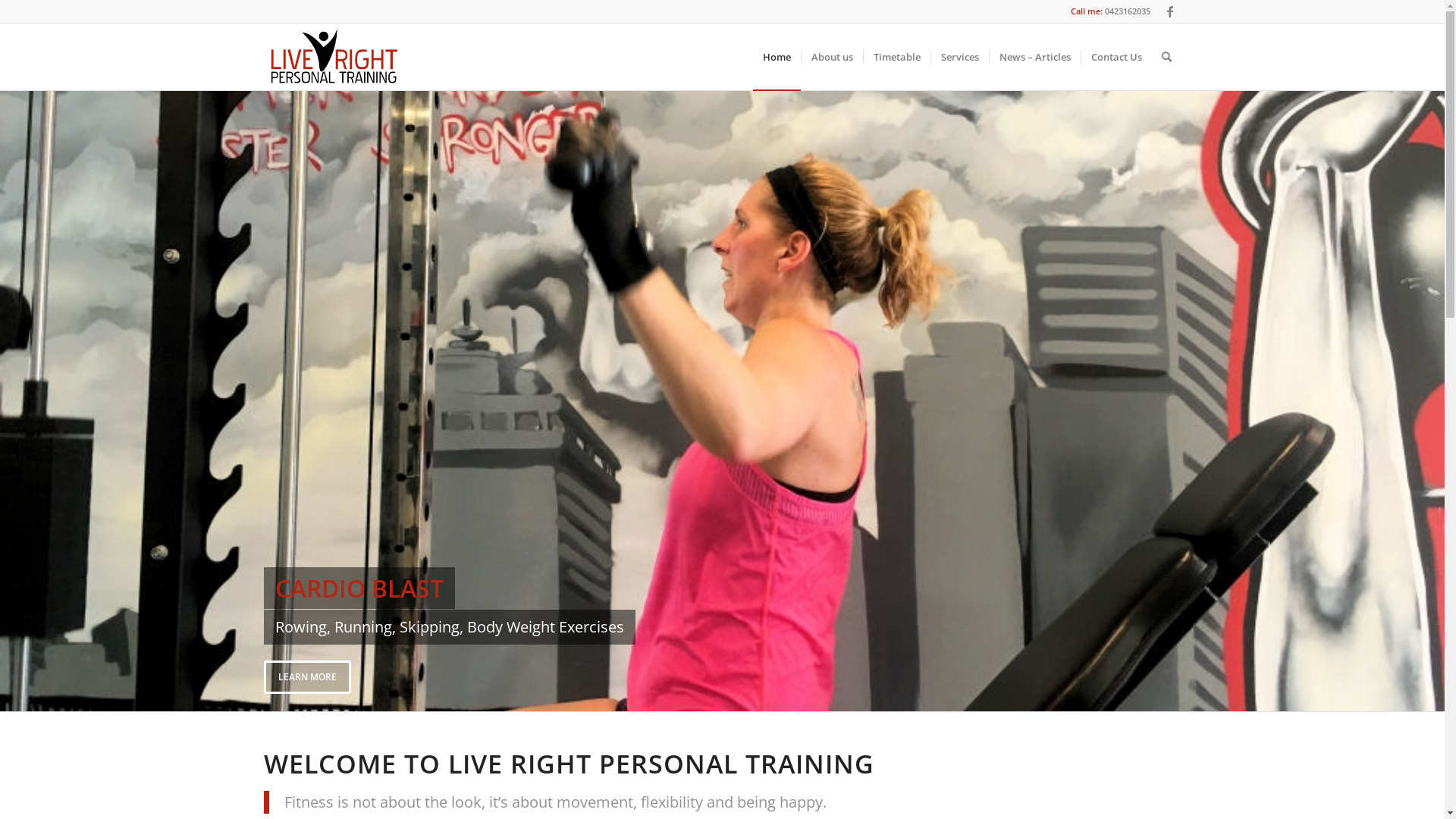 The height and width of the screenshot is (819, 1456). Describe the element at coordinates (1103, 11) in the screenshot. I see `'0423162035'` at that location.